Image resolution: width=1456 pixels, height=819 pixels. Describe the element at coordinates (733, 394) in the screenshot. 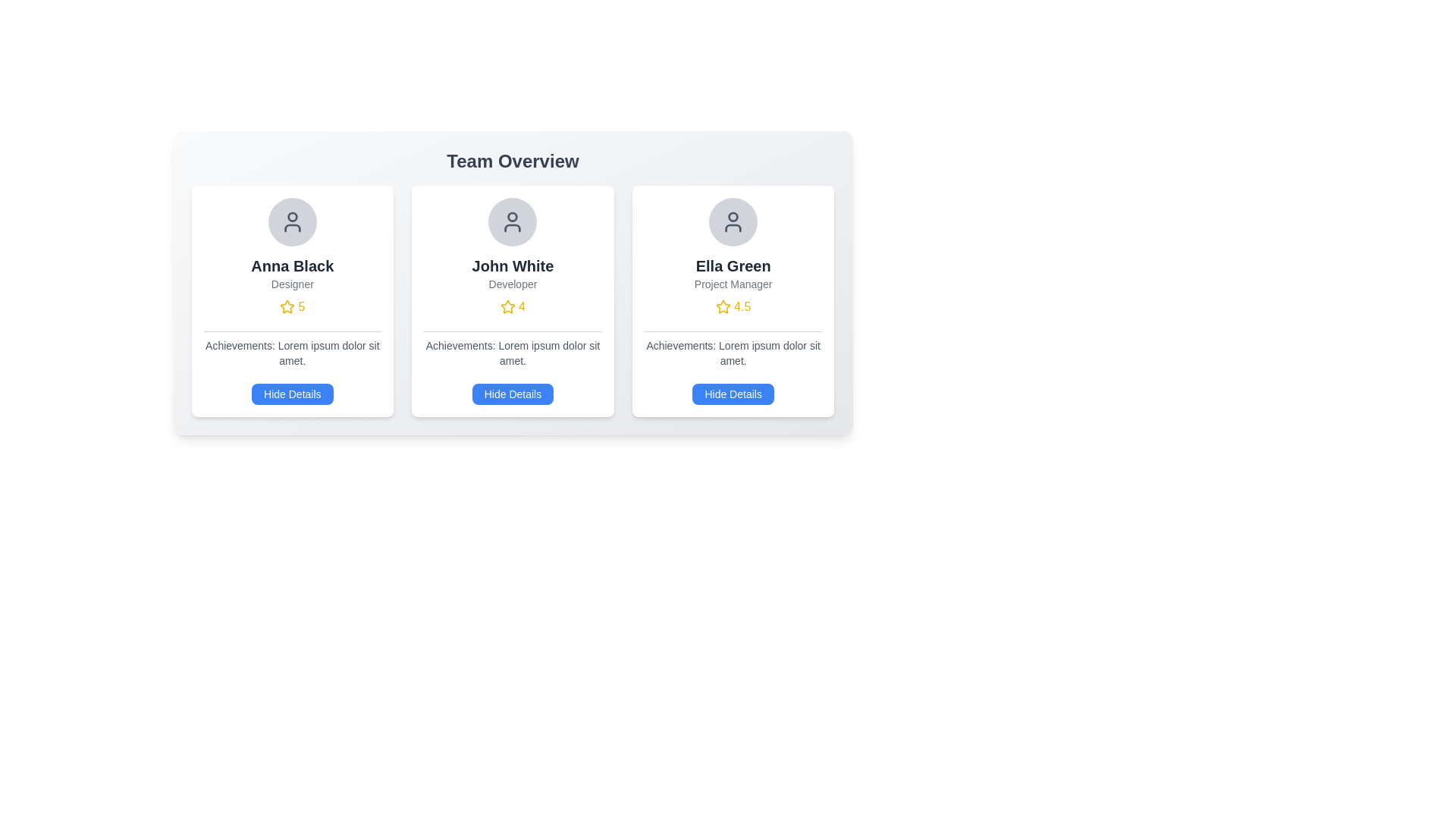

I see `the 'Hide Details' button located at the bottom center of the 'Ella Green' profile card` at that location.